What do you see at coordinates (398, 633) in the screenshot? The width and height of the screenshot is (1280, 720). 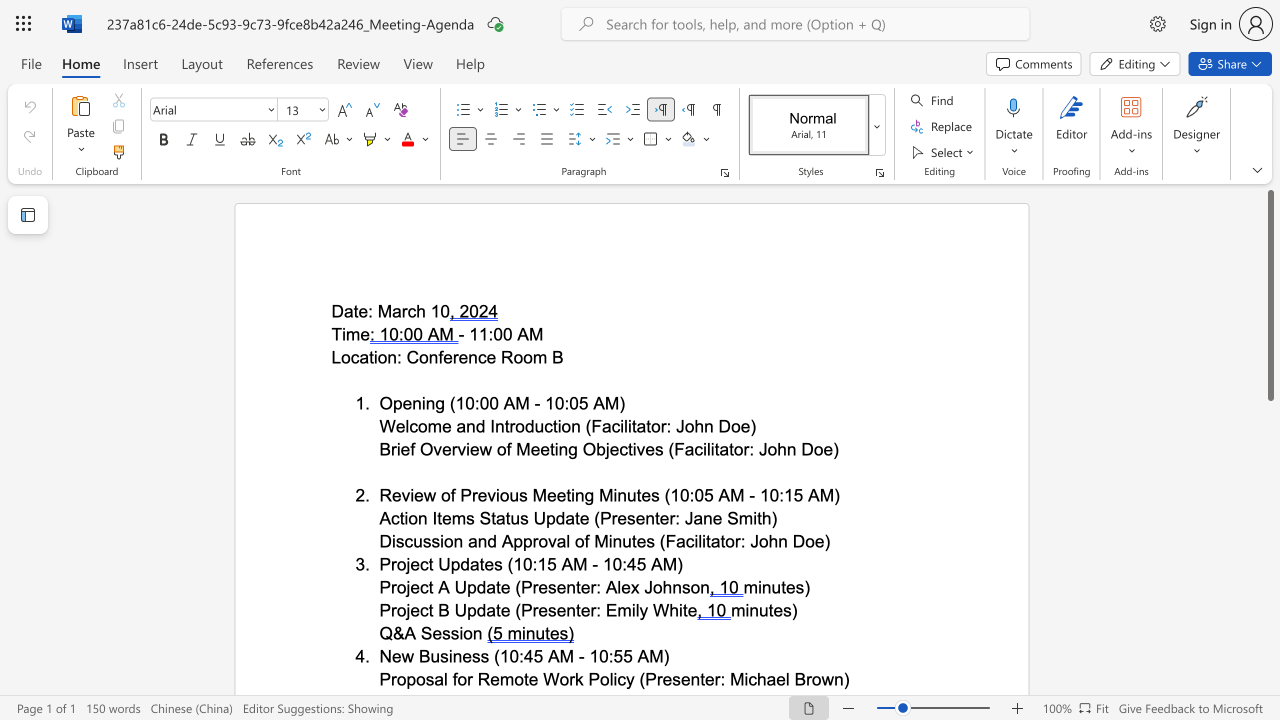 I see `the 1th character "&" in the text` at bounding box center [398, 633].